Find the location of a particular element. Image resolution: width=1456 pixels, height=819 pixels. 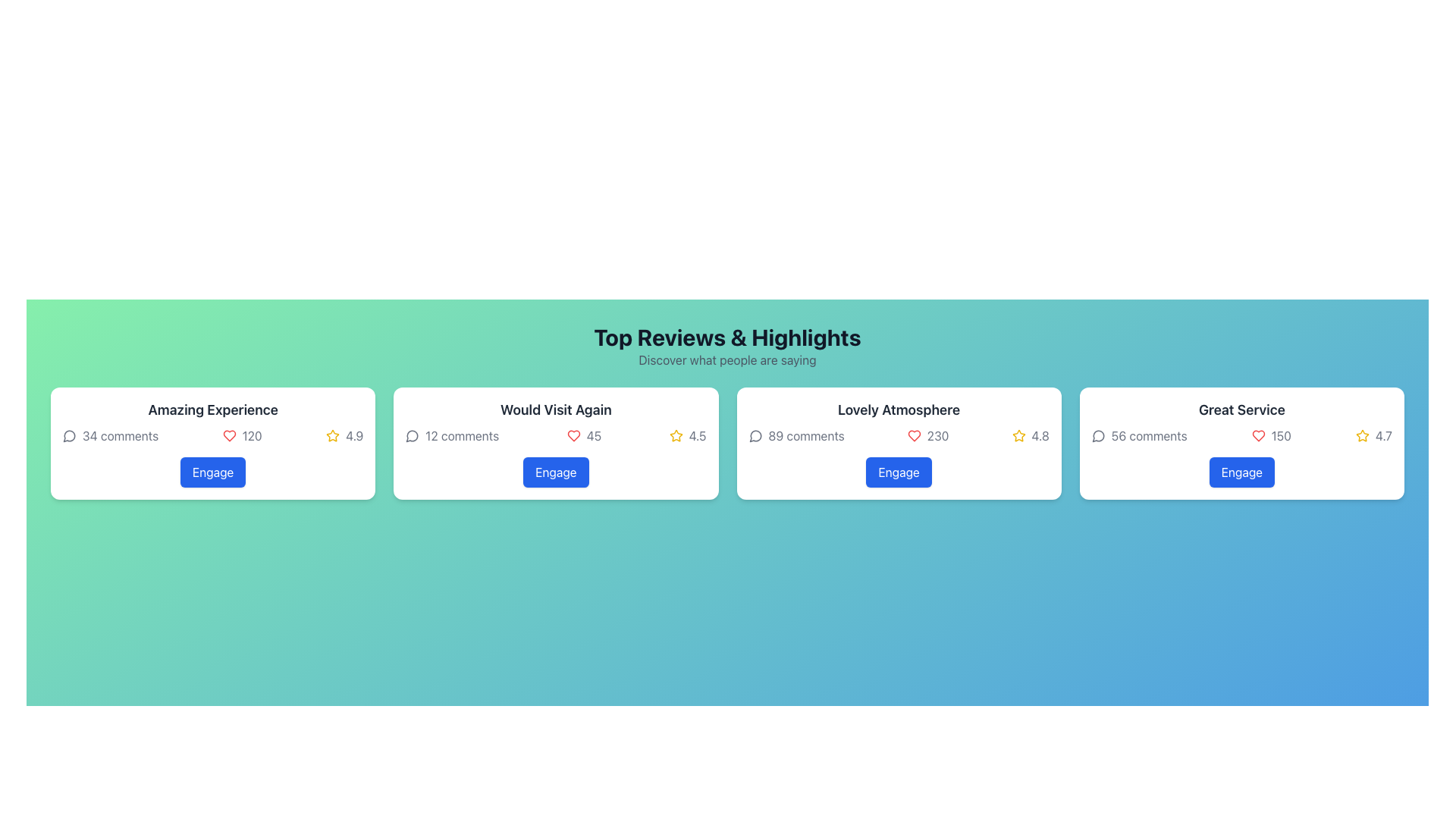

the yellow outlined star icon representing a rating, located in the second card titled 'Would Visit Again', beside the numerical rating display '4.5' is located at coordinates (675, 435).